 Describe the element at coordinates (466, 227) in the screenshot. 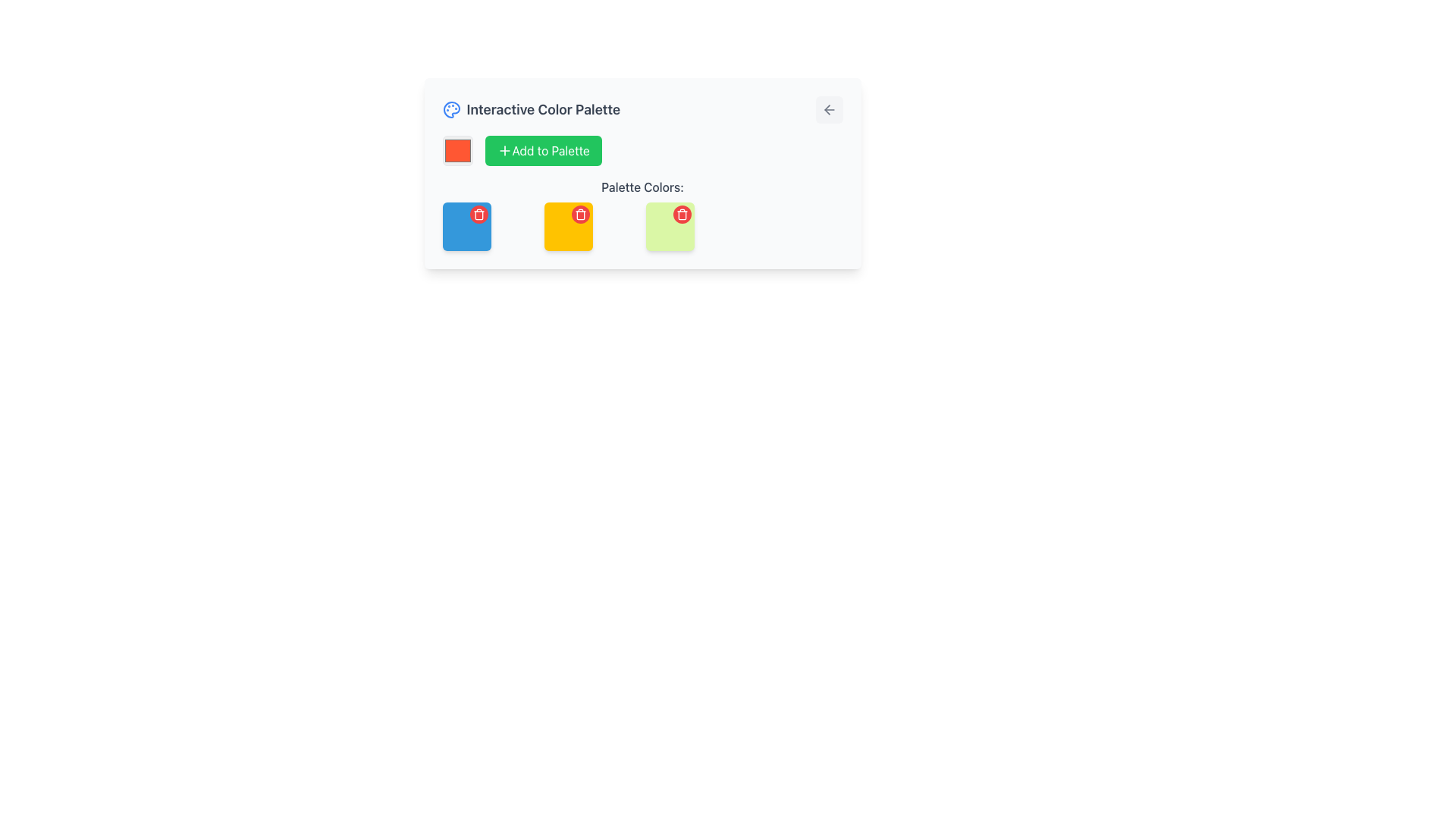

I see `the interactive delete button on the selectable color tile located in the second row, leftmost column of the palette grid` at that location.